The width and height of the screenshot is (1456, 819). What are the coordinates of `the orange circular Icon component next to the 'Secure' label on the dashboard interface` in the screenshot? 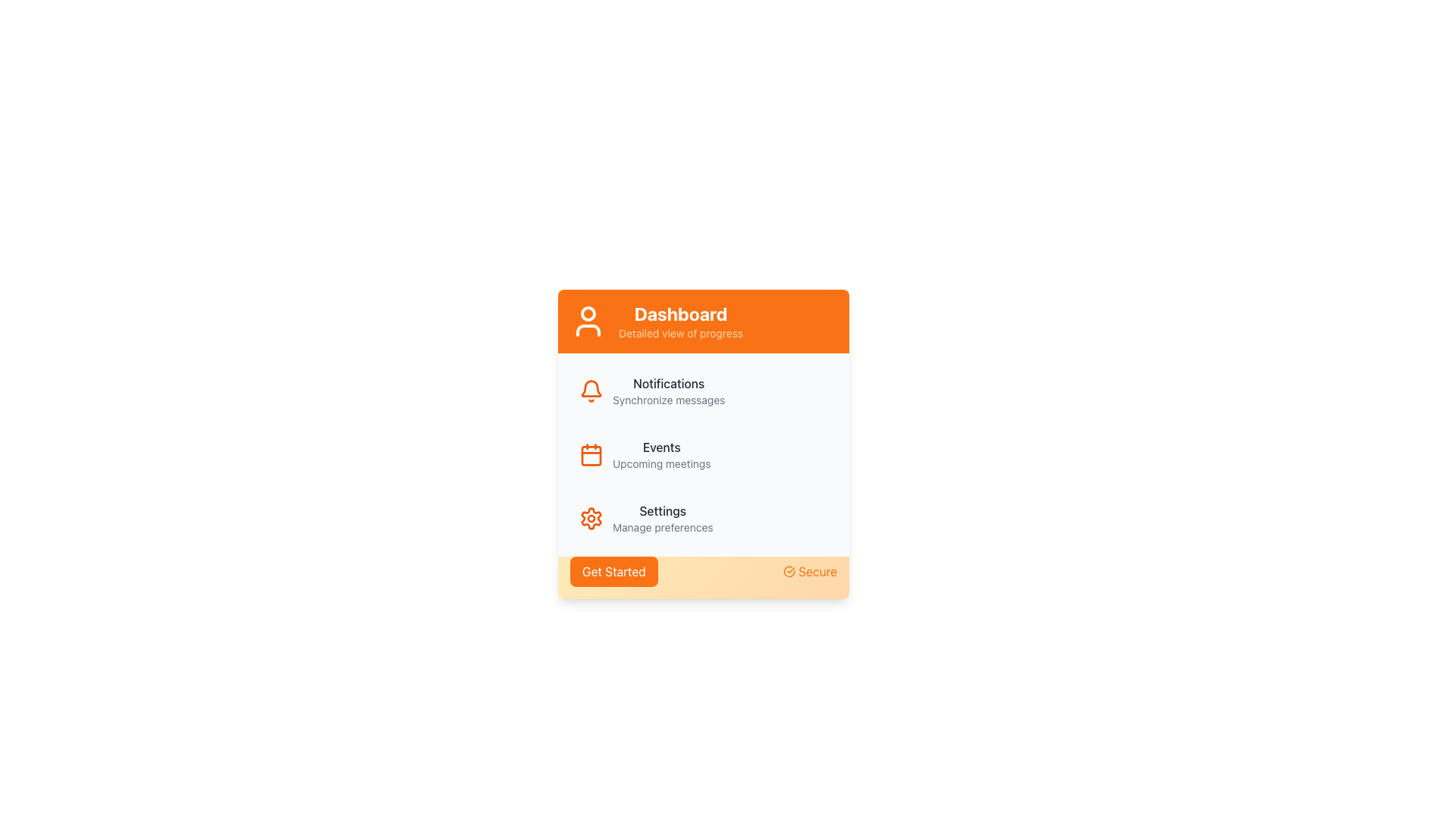 It's located at (789, 571).